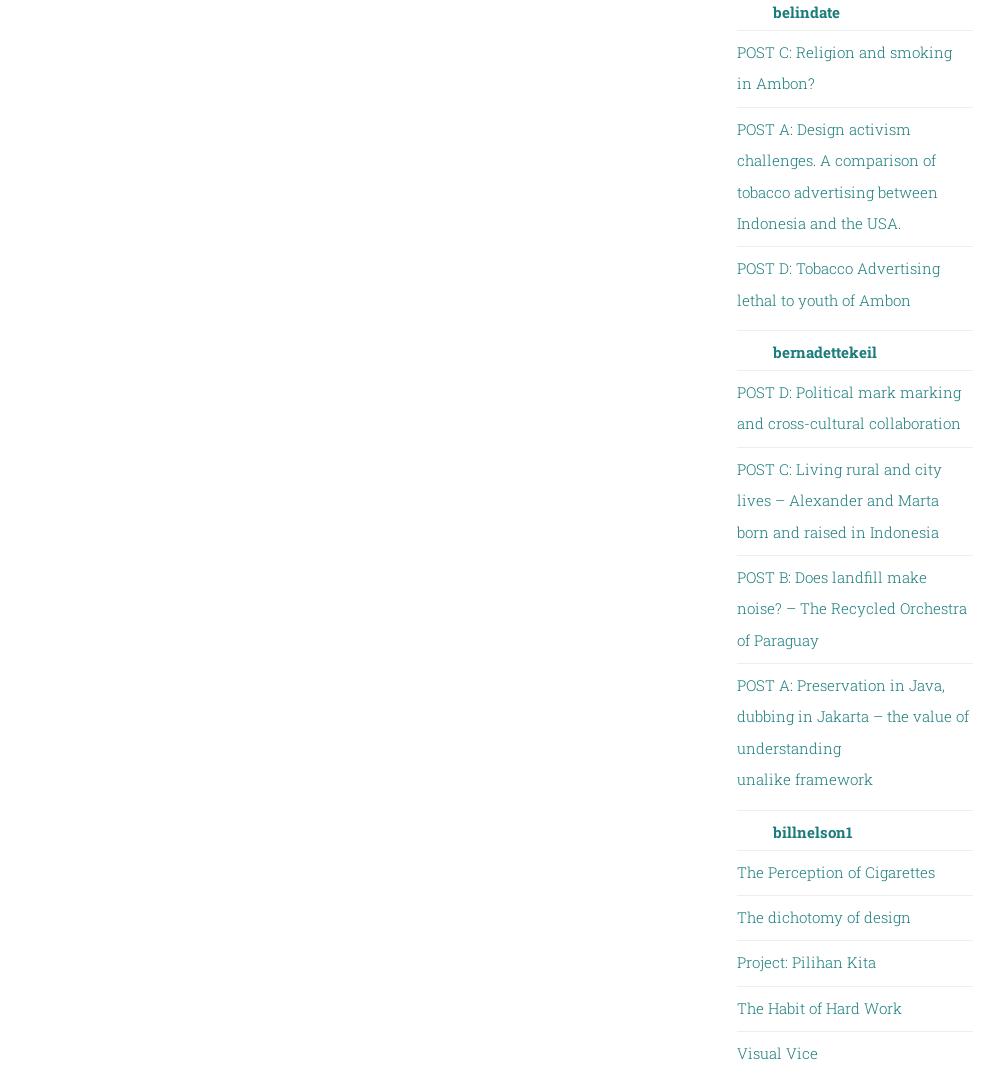  I want to click on 'POST C: Living rural and city lives – Alexander and Marta born and raised in Indonesia', so click(735, 498).